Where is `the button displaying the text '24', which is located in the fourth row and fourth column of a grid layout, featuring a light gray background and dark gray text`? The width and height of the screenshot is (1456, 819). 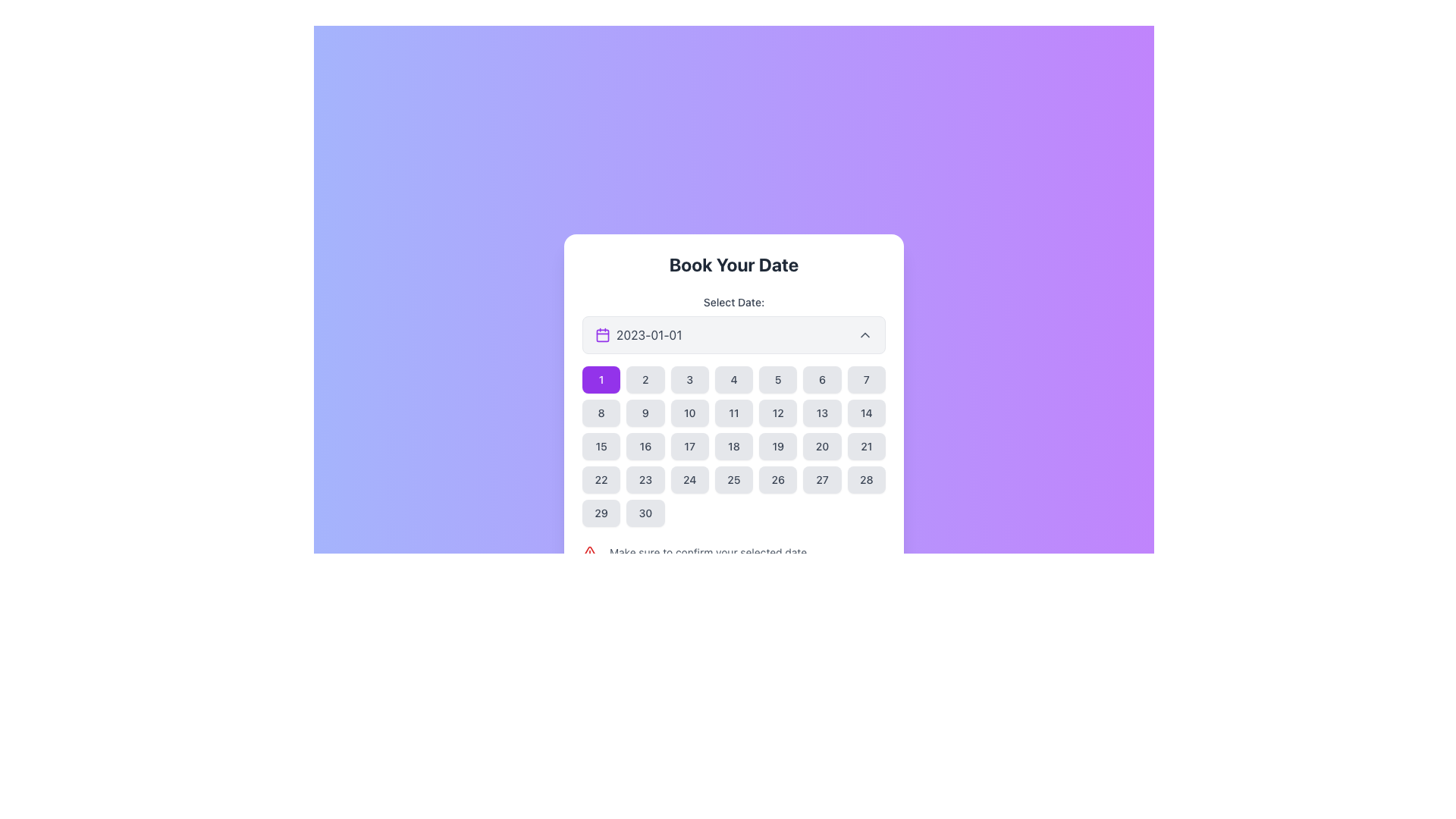 the button displaying the text '24', which is located in the fourth row and fourth column of a grid layout, featuring a light gray background and dark gray text is located at coordinates (689, 479).